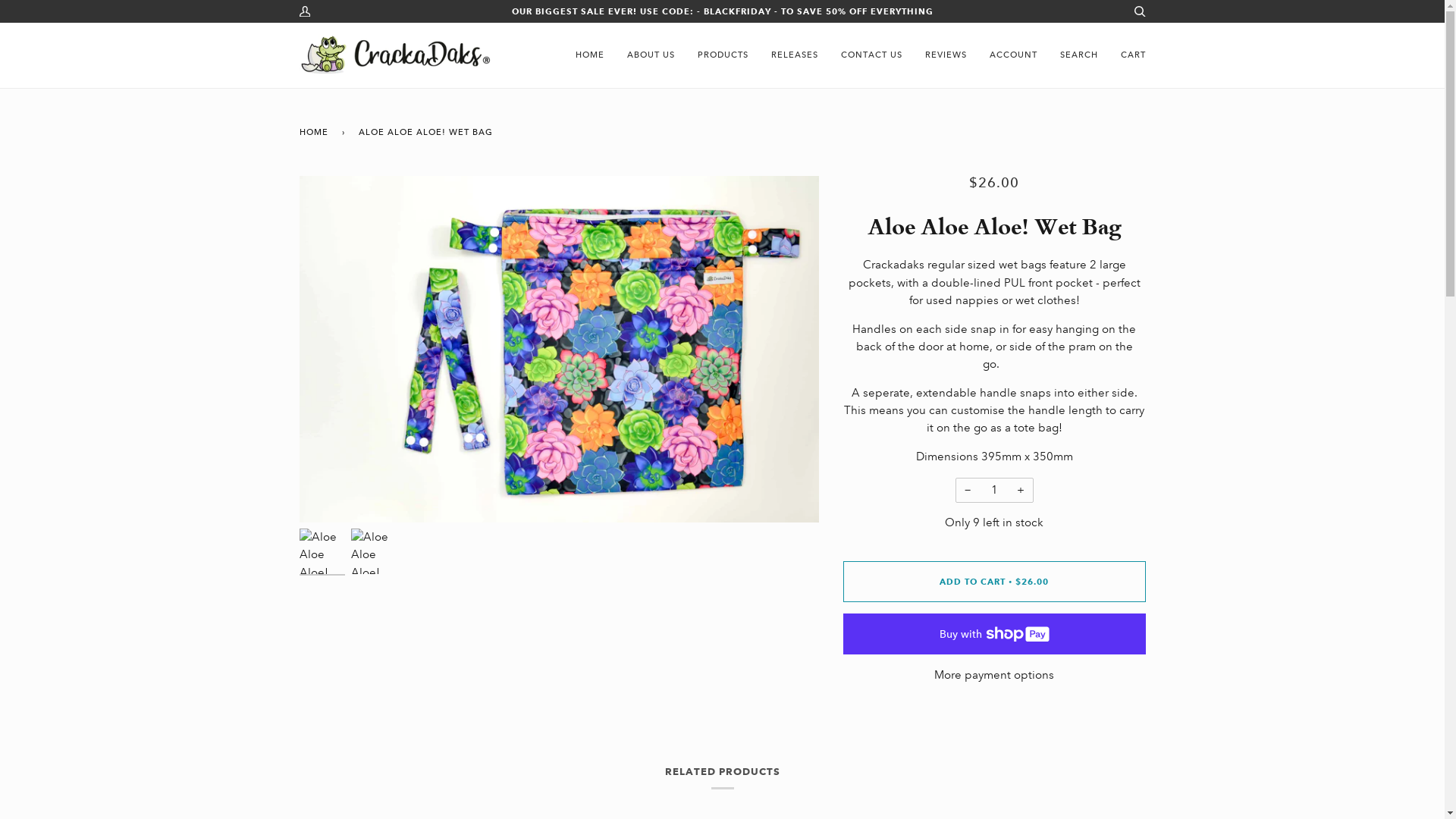 The width and height of the screenshot is (1456, 819). I want to click on 'HOME', so click(588, 55).